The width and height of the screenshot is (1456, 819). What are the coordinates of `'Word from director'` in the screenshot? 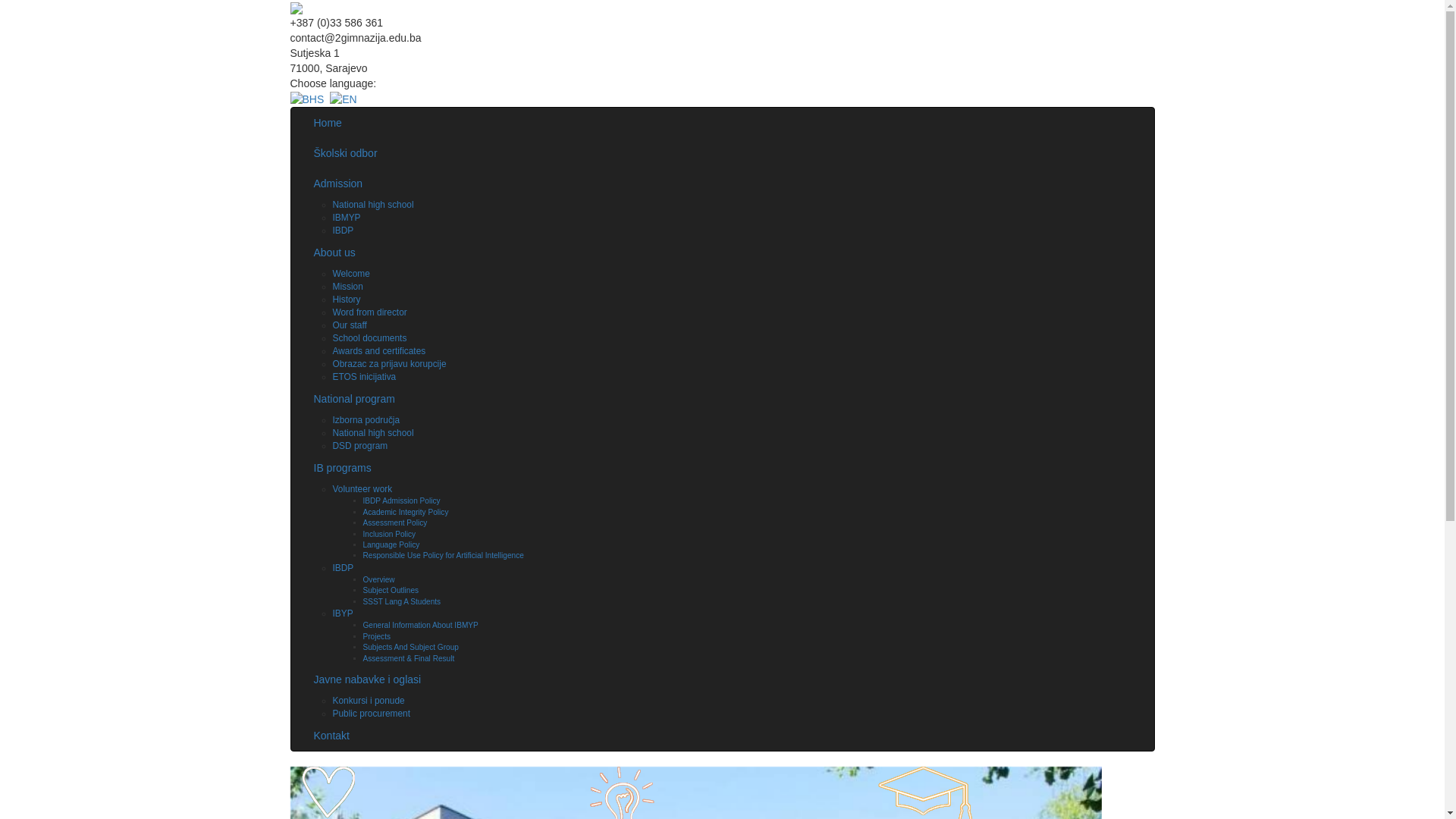 It's located at (369, 312).